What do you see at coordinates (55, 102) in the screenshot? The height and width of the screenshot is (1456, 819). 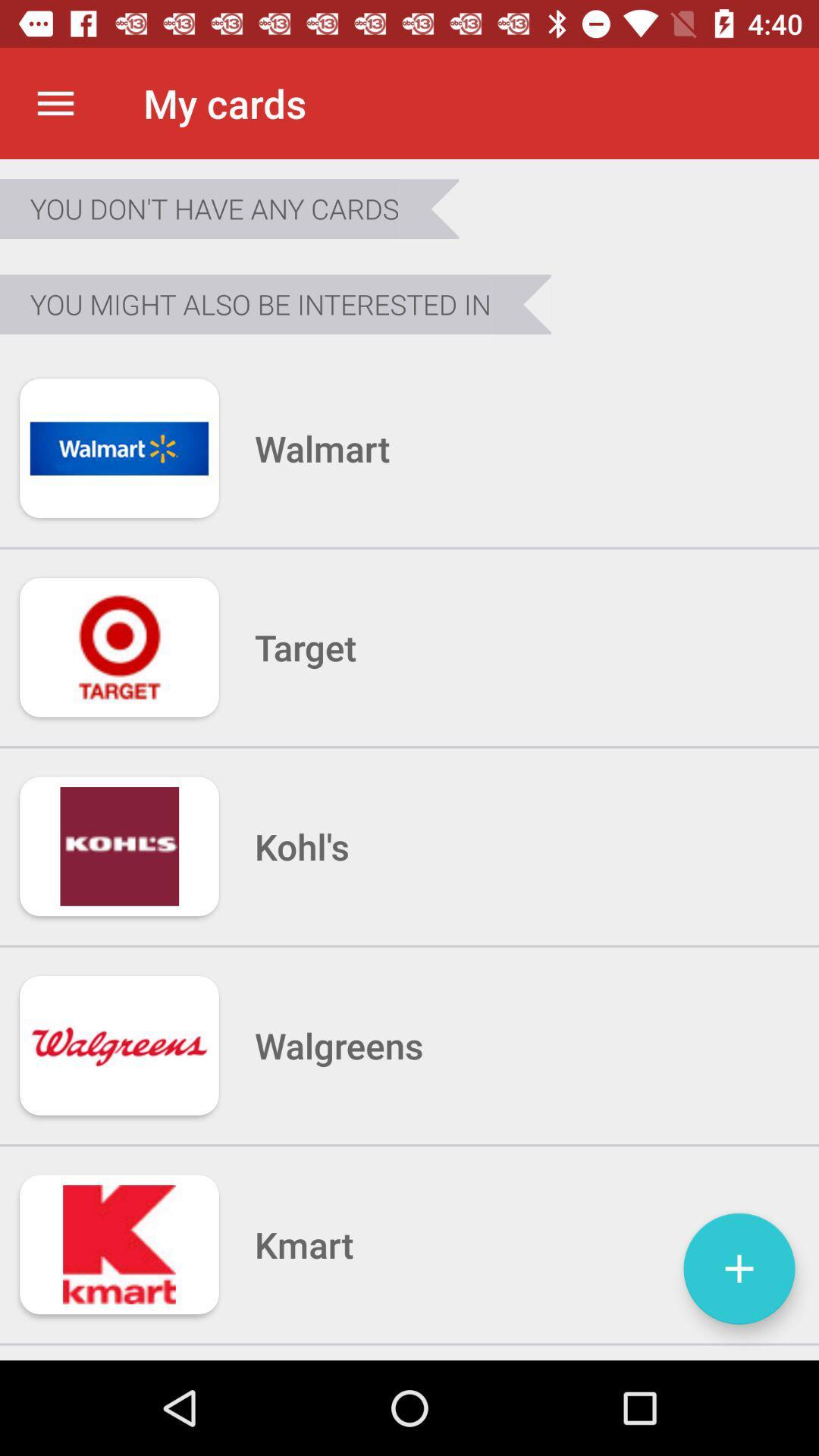 I see `item next to my cards` at bounding box center [55, 102].